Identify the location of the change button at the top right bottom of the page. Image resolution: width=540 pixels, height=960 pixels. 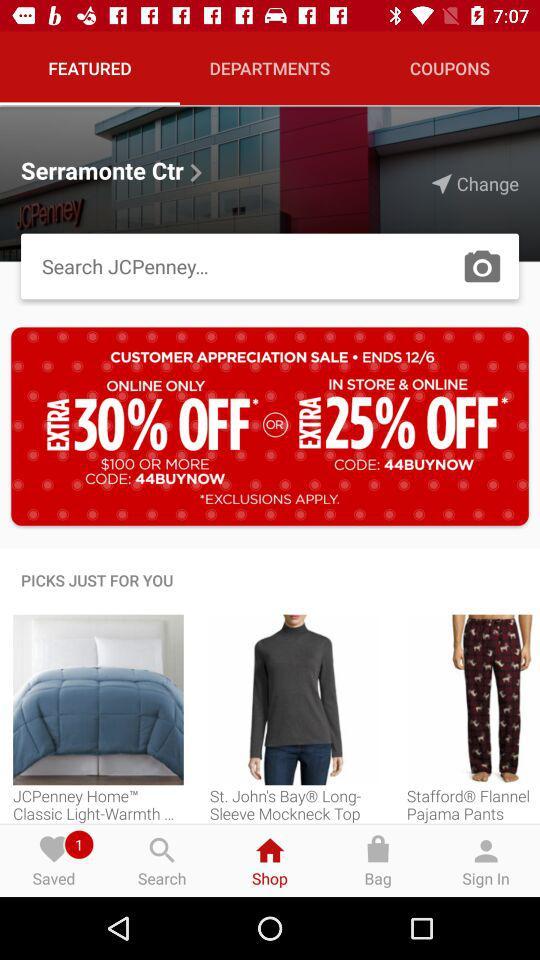
(474, 184).